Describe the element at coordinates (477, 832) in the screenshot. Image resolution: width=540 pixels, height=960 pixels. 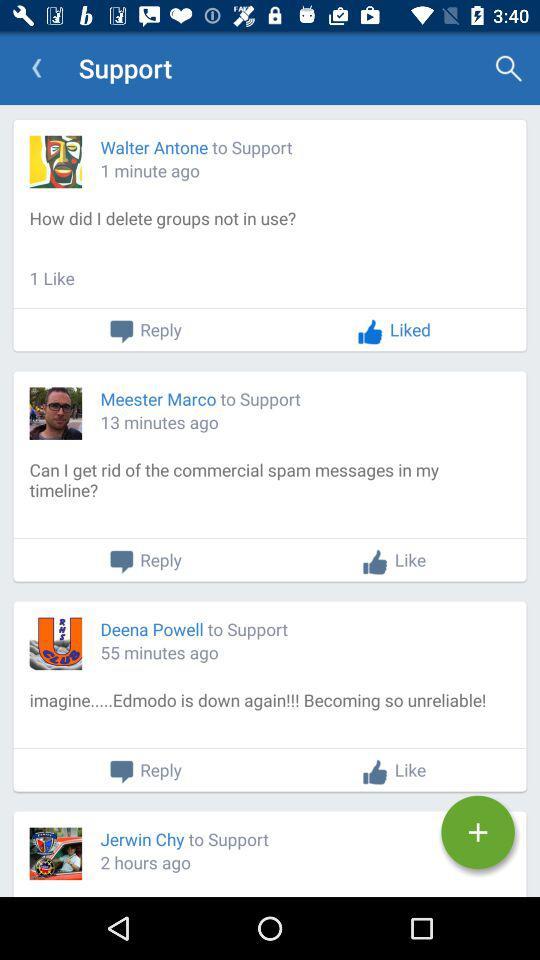
I see `the add option to the left of the text jerwin chy to support` at that location.